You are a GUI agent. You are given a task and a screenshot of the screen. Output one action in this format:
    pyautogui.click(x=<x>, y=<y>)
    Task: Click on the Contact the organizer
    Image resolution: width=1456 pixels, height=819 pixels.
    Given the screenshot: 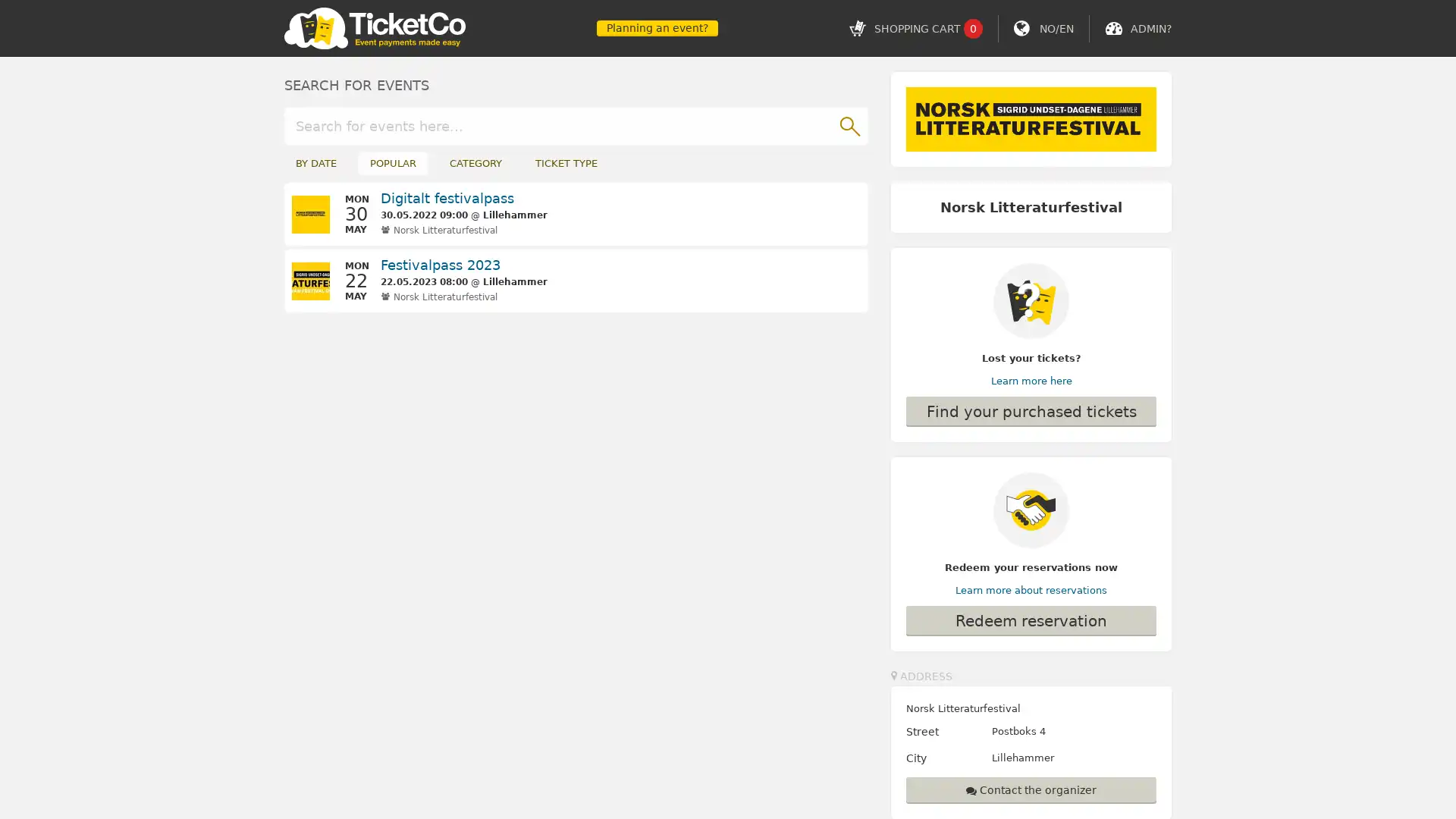 What is the action you would take?
    pyautogui.click(x=1031, y=789)
    